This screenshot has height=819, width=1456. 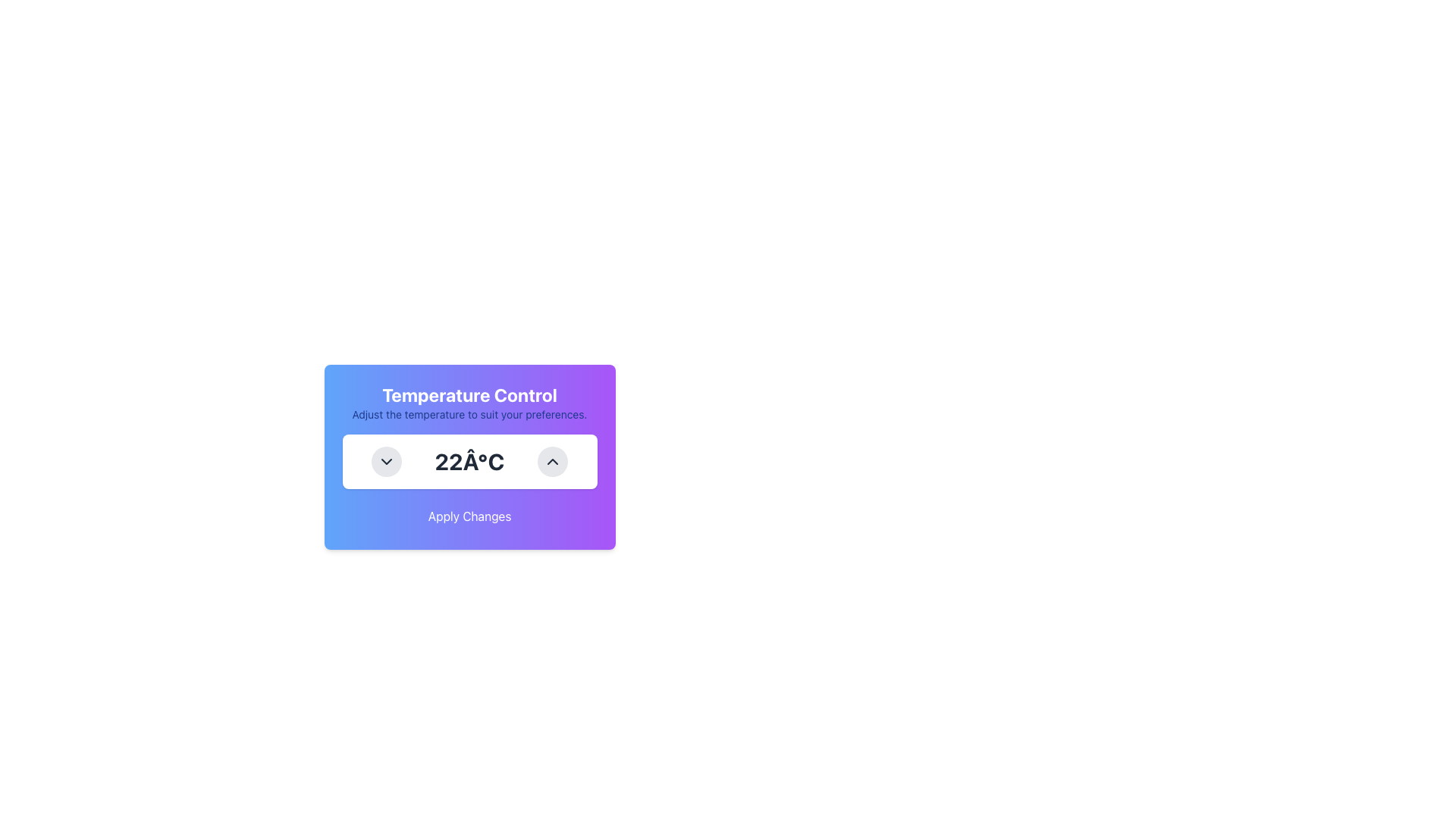 What do you see at coordinates (386, 461) in the screenshot?
I see `the circular button with a light gray background and a black downward chevron icon` at bounding box center [386, 461].